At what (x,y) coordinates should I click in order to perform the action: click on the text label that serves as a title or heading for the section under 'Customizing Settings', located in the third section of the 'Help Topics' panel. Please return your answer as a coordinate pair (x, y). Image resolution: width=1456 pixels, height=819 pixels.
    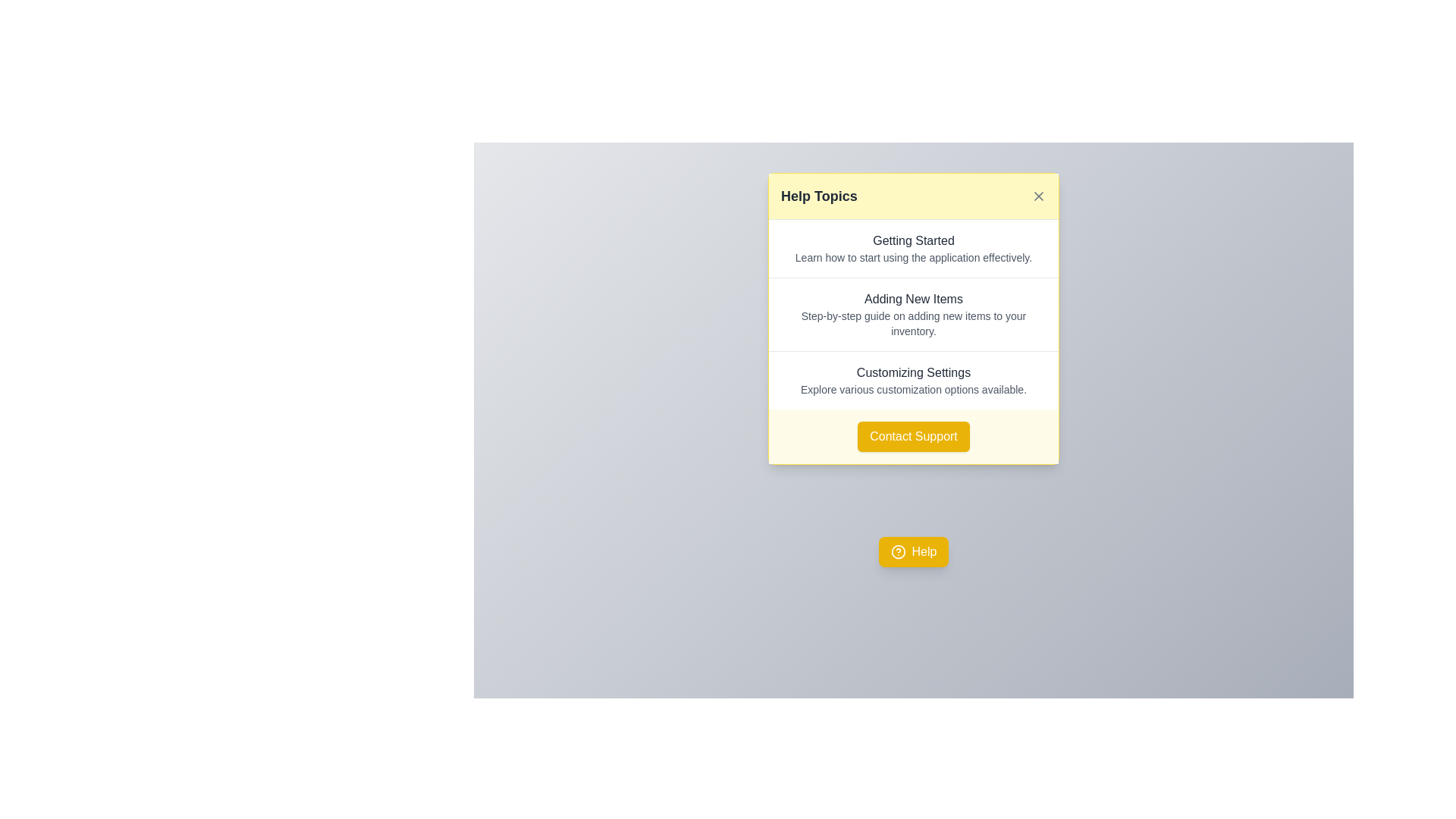
    Looking at the image, I should click on (912, 373).